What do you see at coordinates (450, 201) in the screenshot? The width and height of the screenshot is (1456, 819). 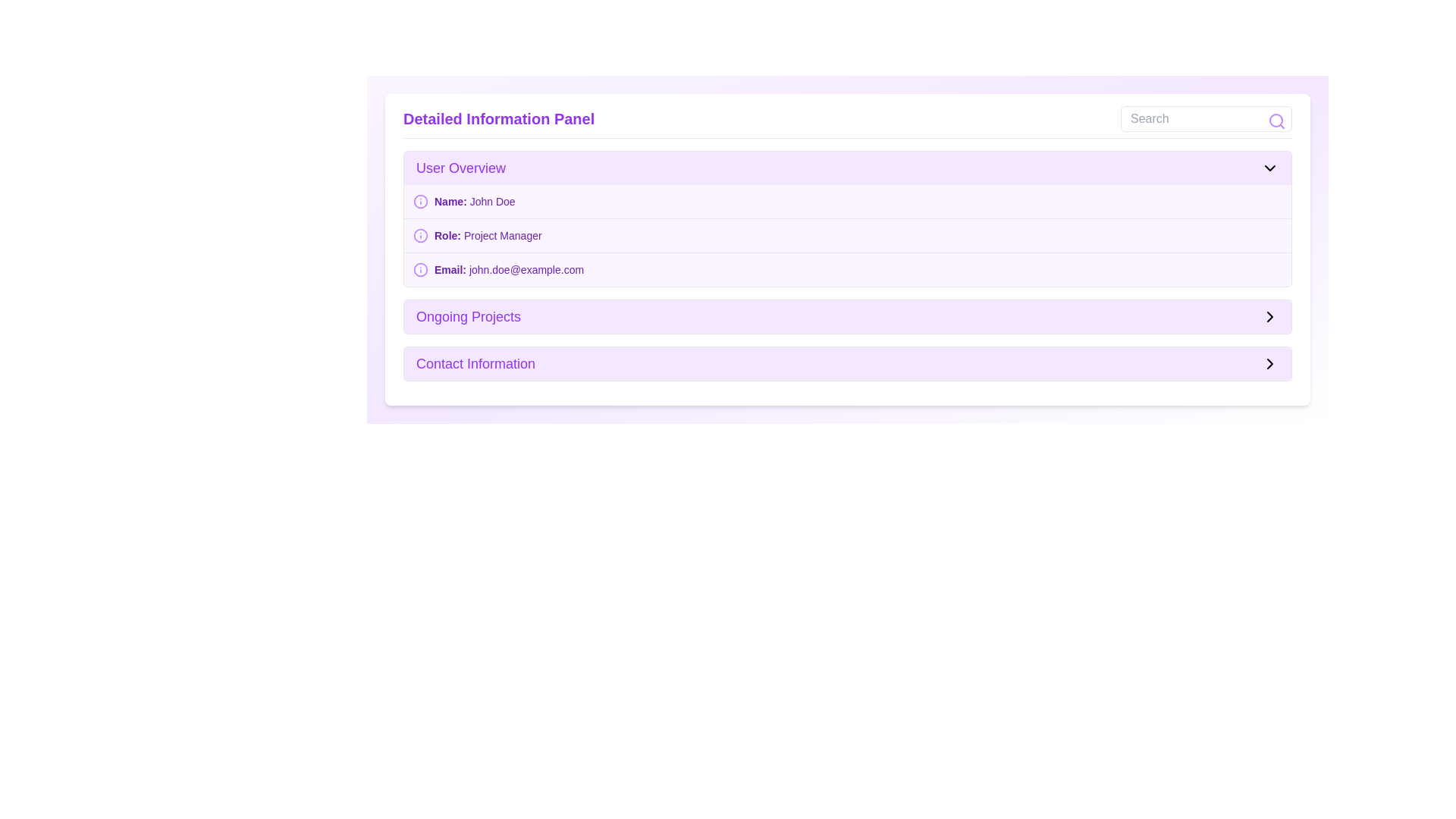 I see `the static text label displaying 'Name:' located in the 'User Overview' section, which is styled in bold purple font and positioned at the upper left of the section` at bounding box center [450, 201].